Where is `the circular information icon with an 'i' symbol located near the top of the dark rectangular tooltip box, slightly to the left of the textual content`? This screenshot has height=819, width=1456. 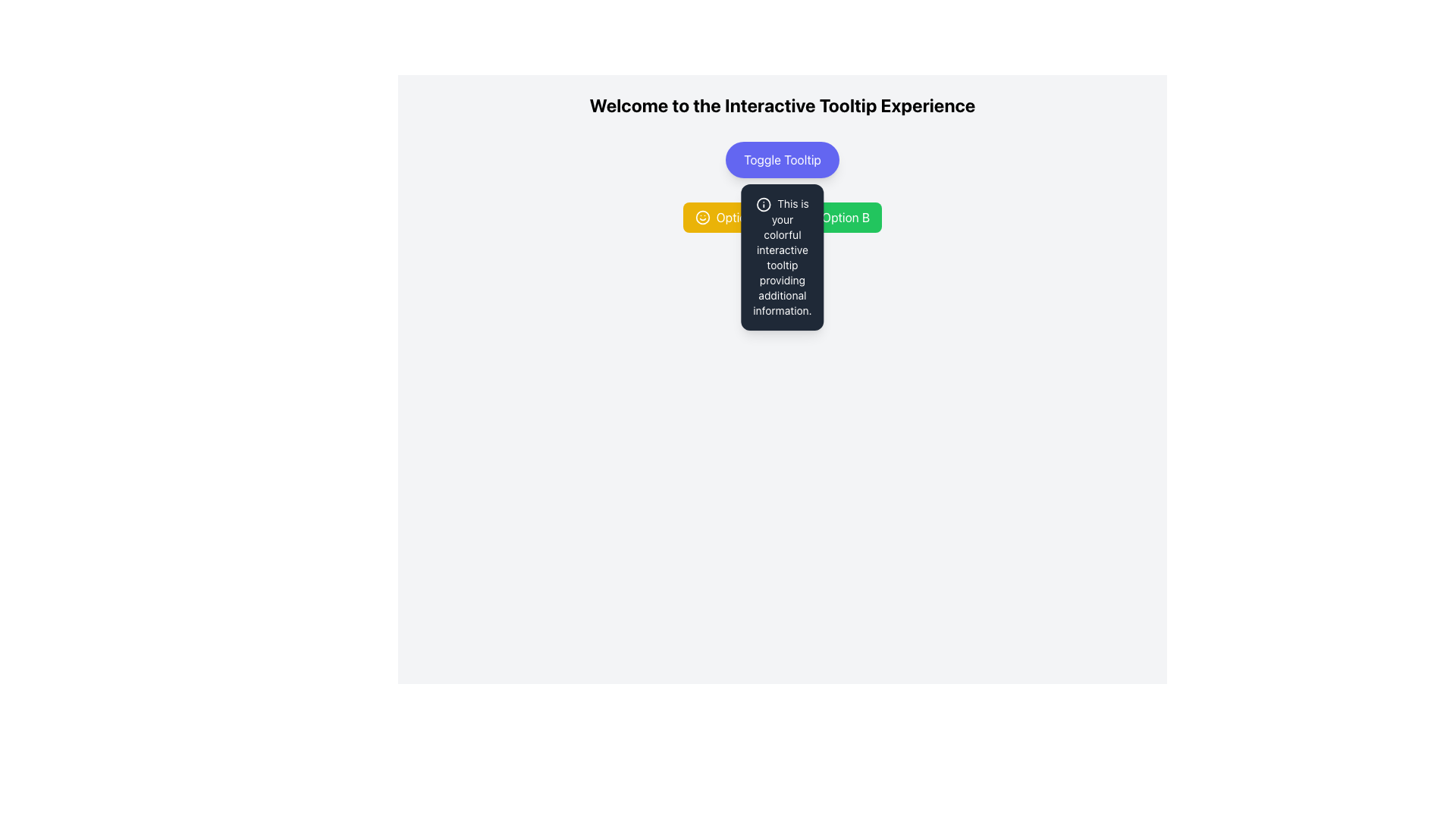 the circular information icon with an 'i' symbol located near the top of the dark rectangular tooltip box, slightly to the left of the textual content is located at coordinates (764, 205).